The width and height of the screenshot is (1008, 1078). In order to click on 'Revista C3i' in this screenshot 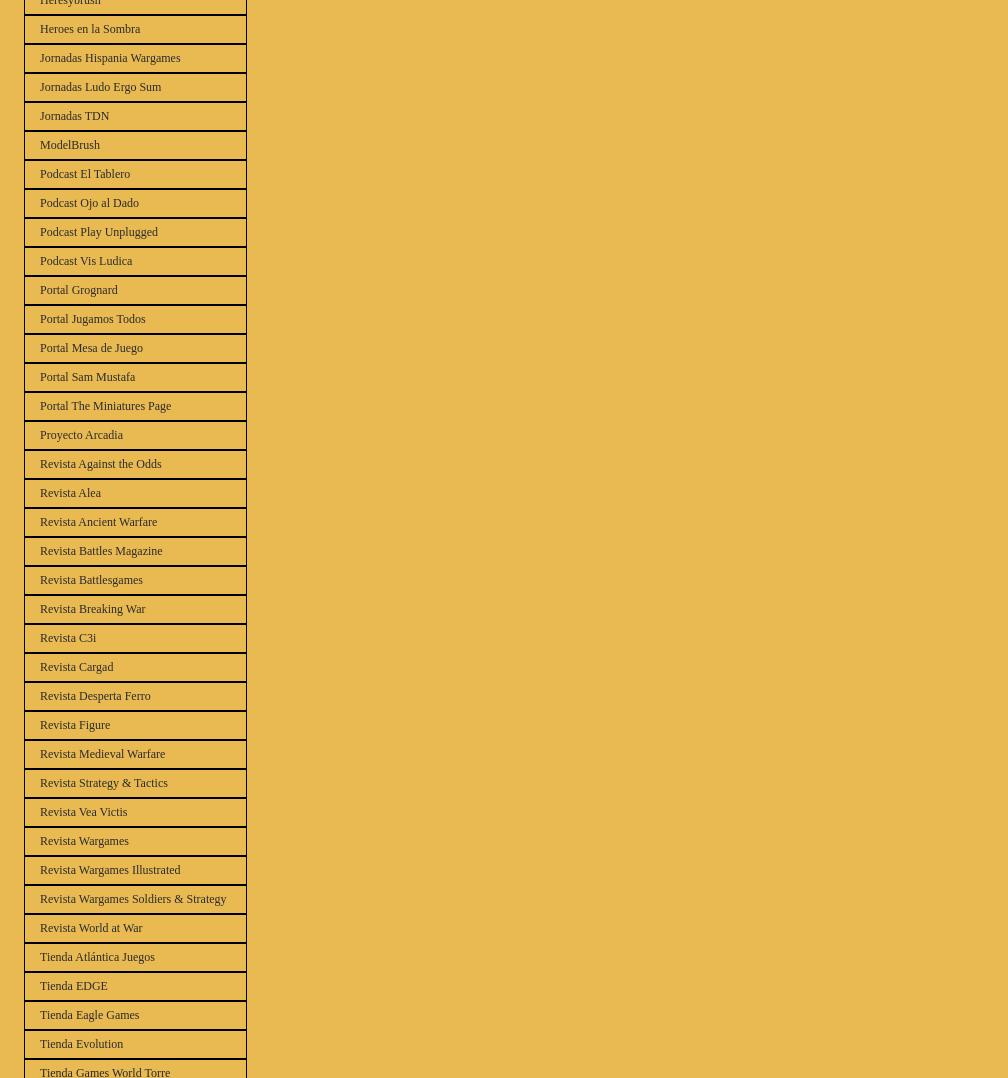, I will do `click(68, 636)`.